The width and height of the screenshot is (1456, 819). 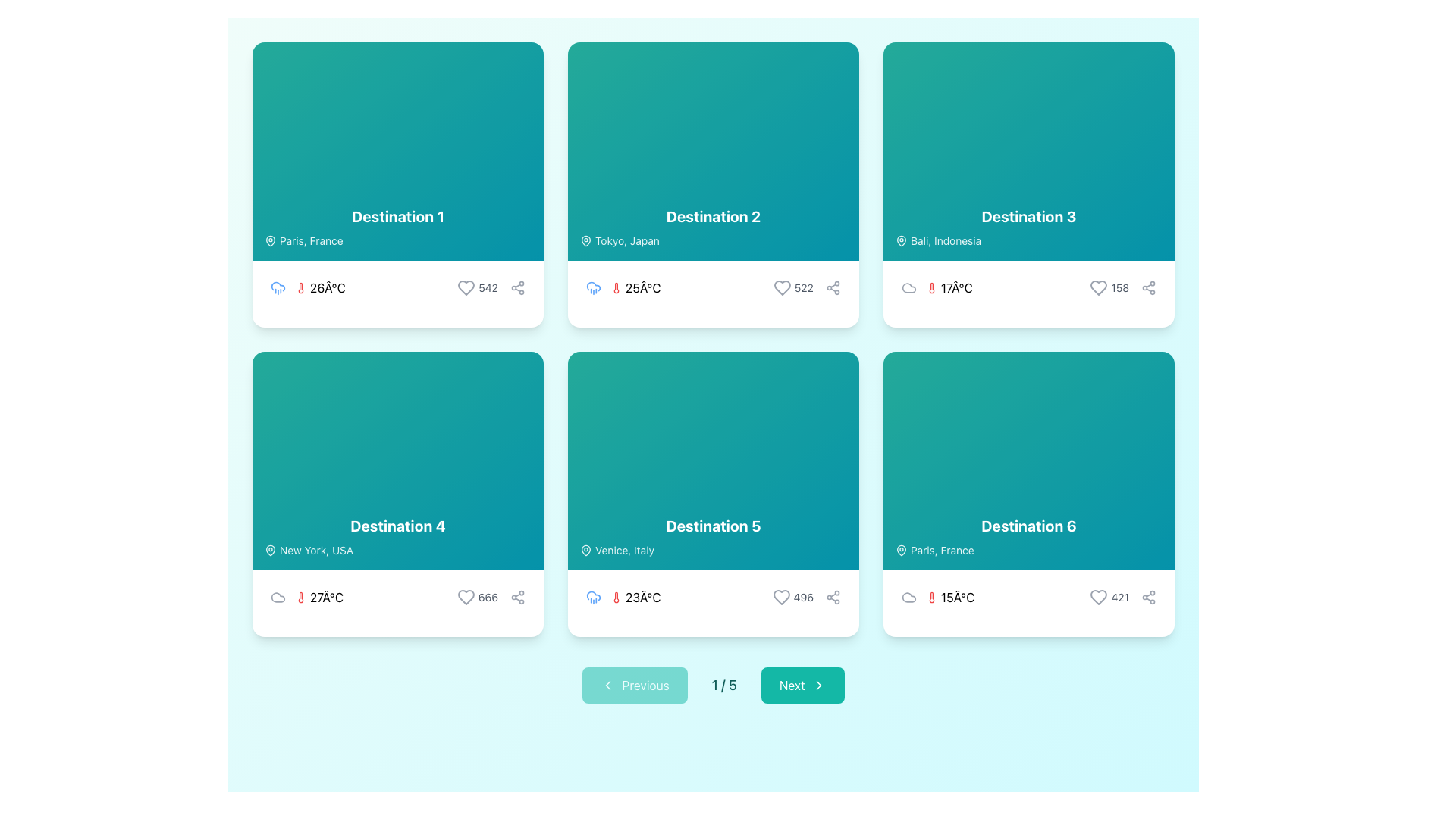 What do you see at coordinates (643, 596) in the screenshot?
I see `temperature information displayed in the Text Label showing '23Â°C', located below the title 'Destination 5' and adjacent to a red thermometer icon` at bounding box center [643, 596].